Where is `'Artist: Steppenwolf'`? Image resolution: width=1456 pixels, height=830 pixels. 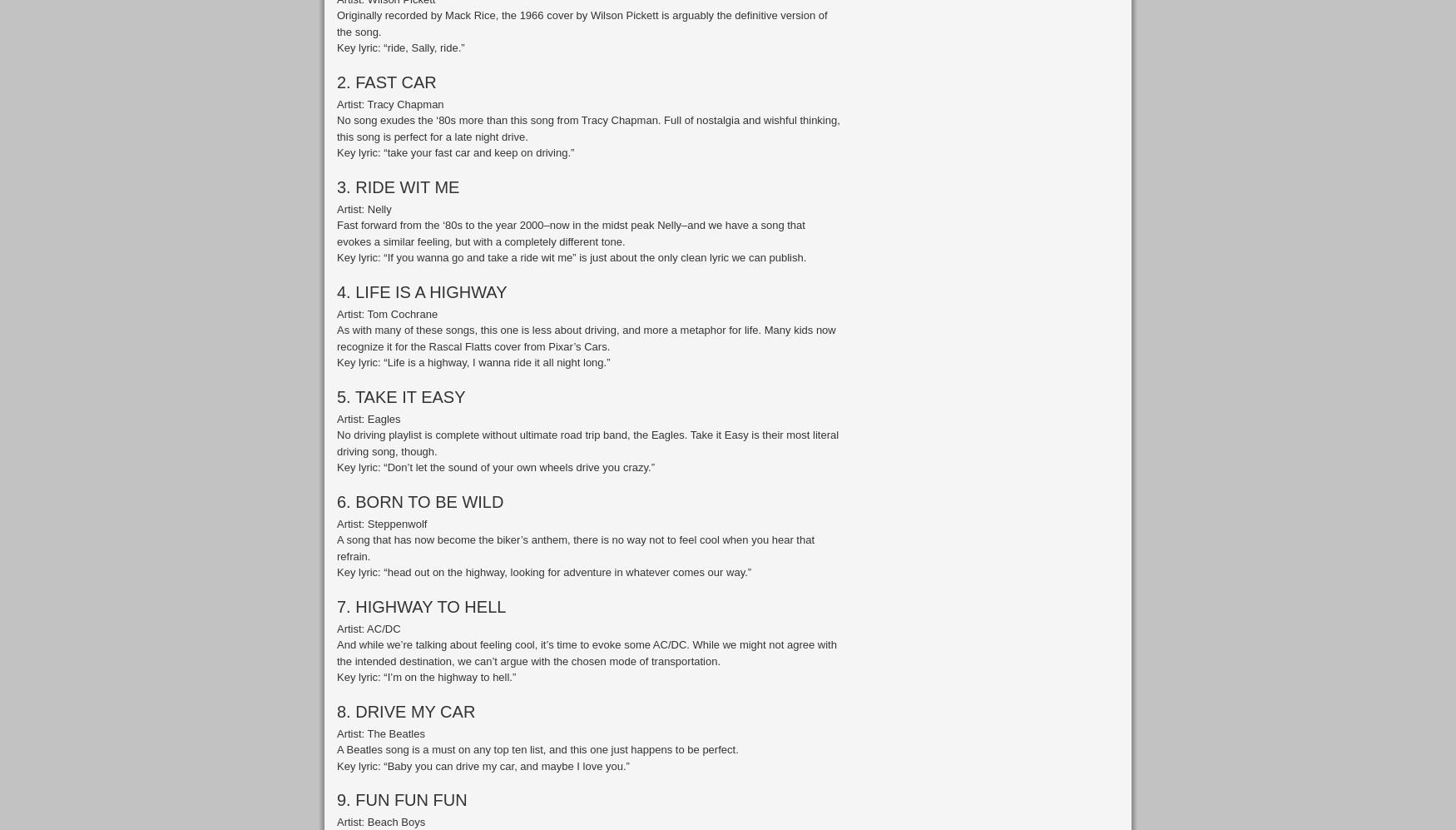
'Artist: Steppenwolf' is located at coordinates (382, 522).